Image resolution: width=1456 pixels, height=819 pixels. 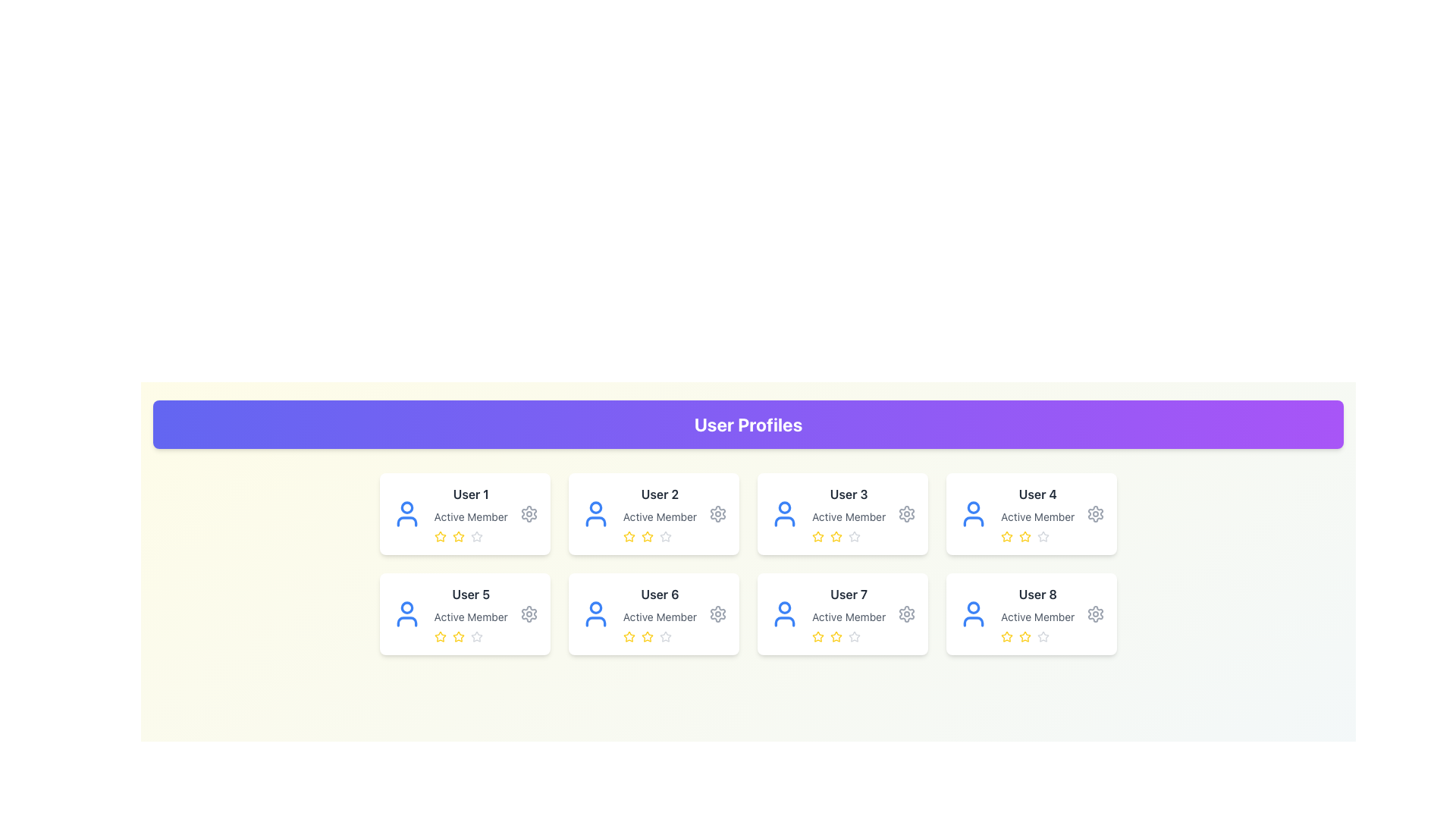 What do you see at coordinates (717, 614) in the screenshot?
I see `the small circular settings icon styled as a gear located in the top-right corner of the 'User 6' card in the 'User Profiles' section` at bounding box center [717, 614].